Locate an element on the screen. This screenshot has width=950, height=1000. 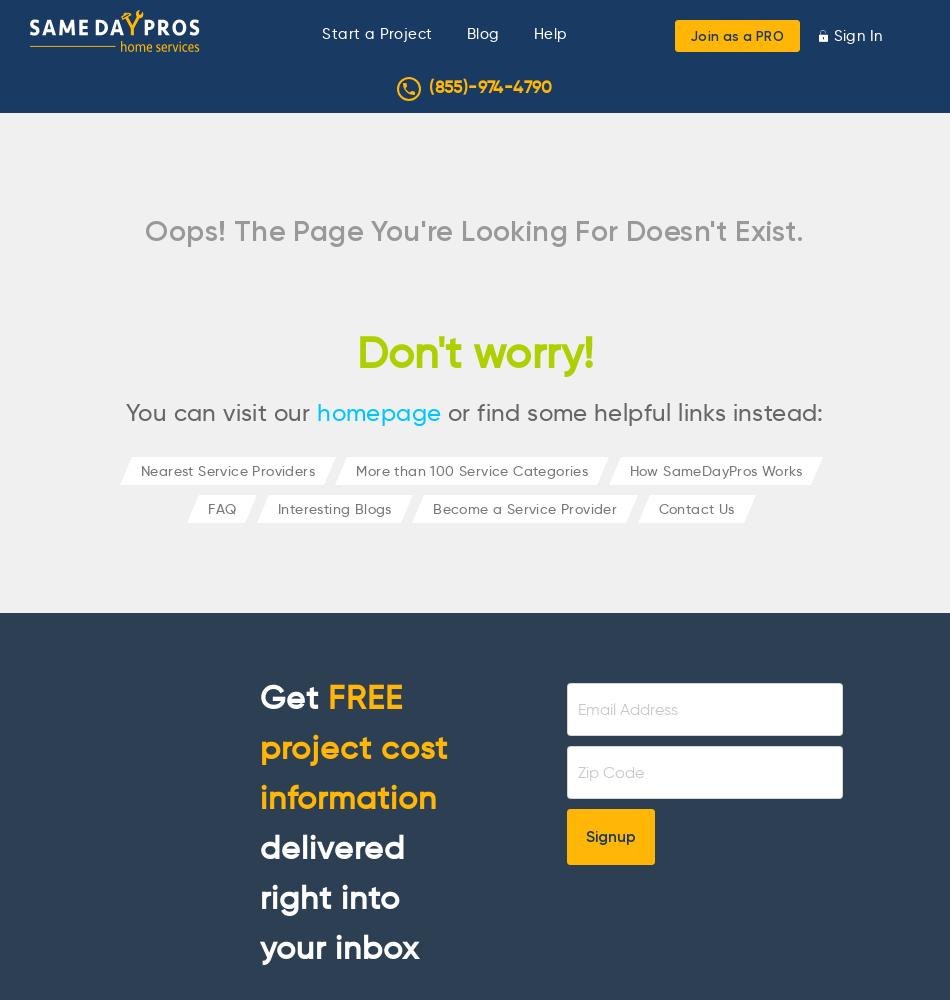
'Help' is located at coordinates (549, 34).